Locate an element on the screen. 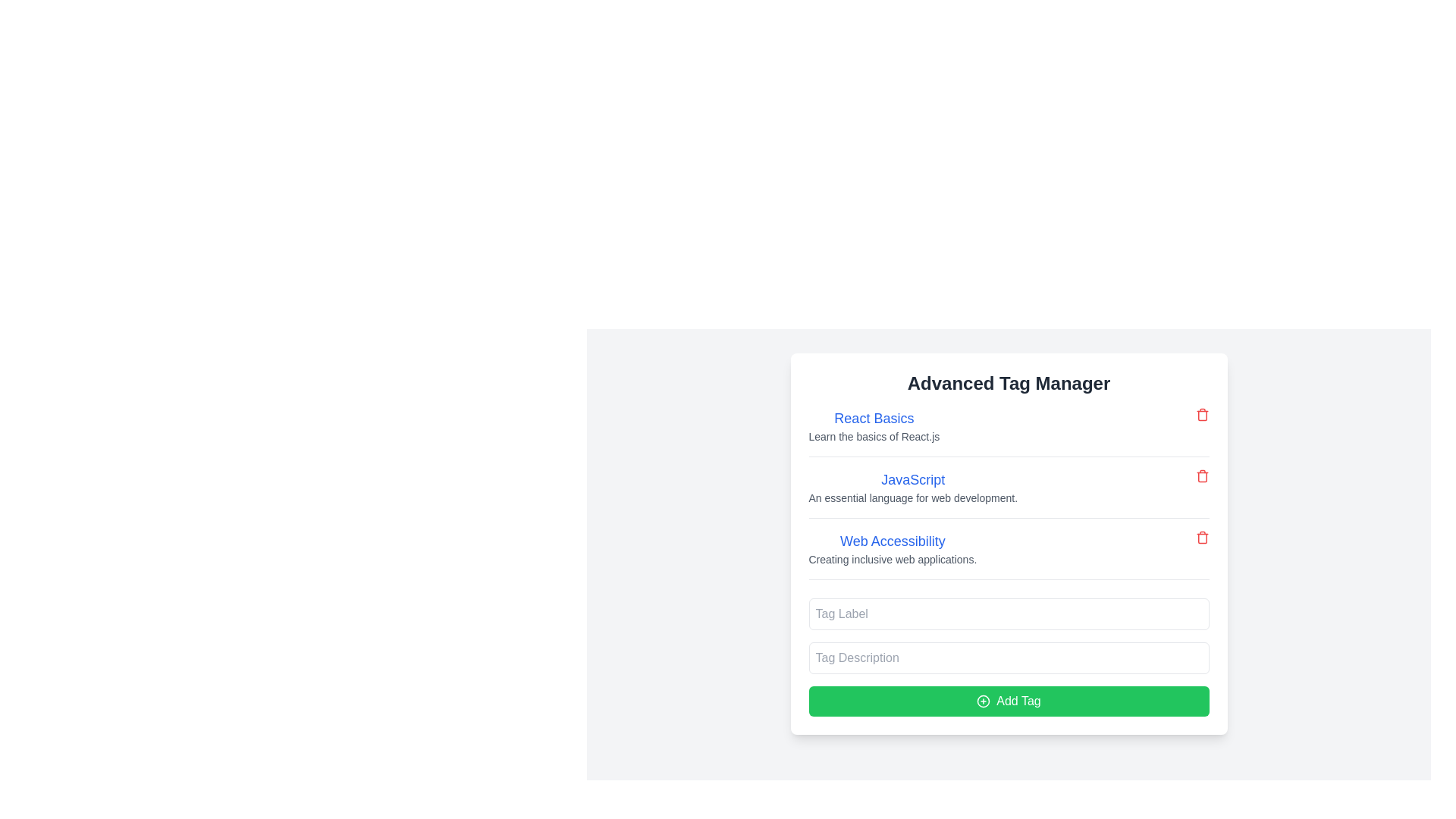  the delete icon button located at the far-right end of the row containing the entry titled 'Web Accessibility' is located at coordinates (1201, 537).